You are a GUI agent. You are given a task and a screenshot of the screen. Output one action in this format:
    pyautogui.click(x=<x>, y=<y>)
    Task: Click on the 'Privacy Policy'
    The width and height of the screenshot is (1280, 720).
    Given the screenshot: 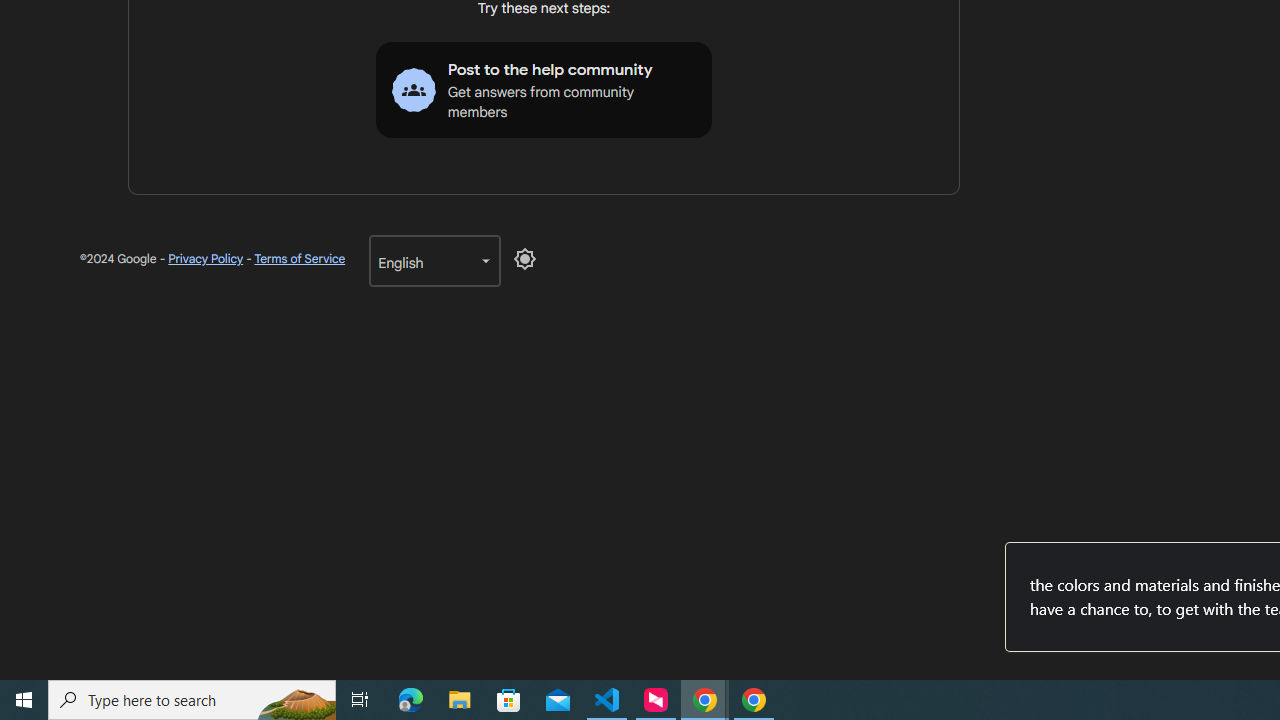 What is the action you would take?
    pyautogui.click(x=206, y=258)
    